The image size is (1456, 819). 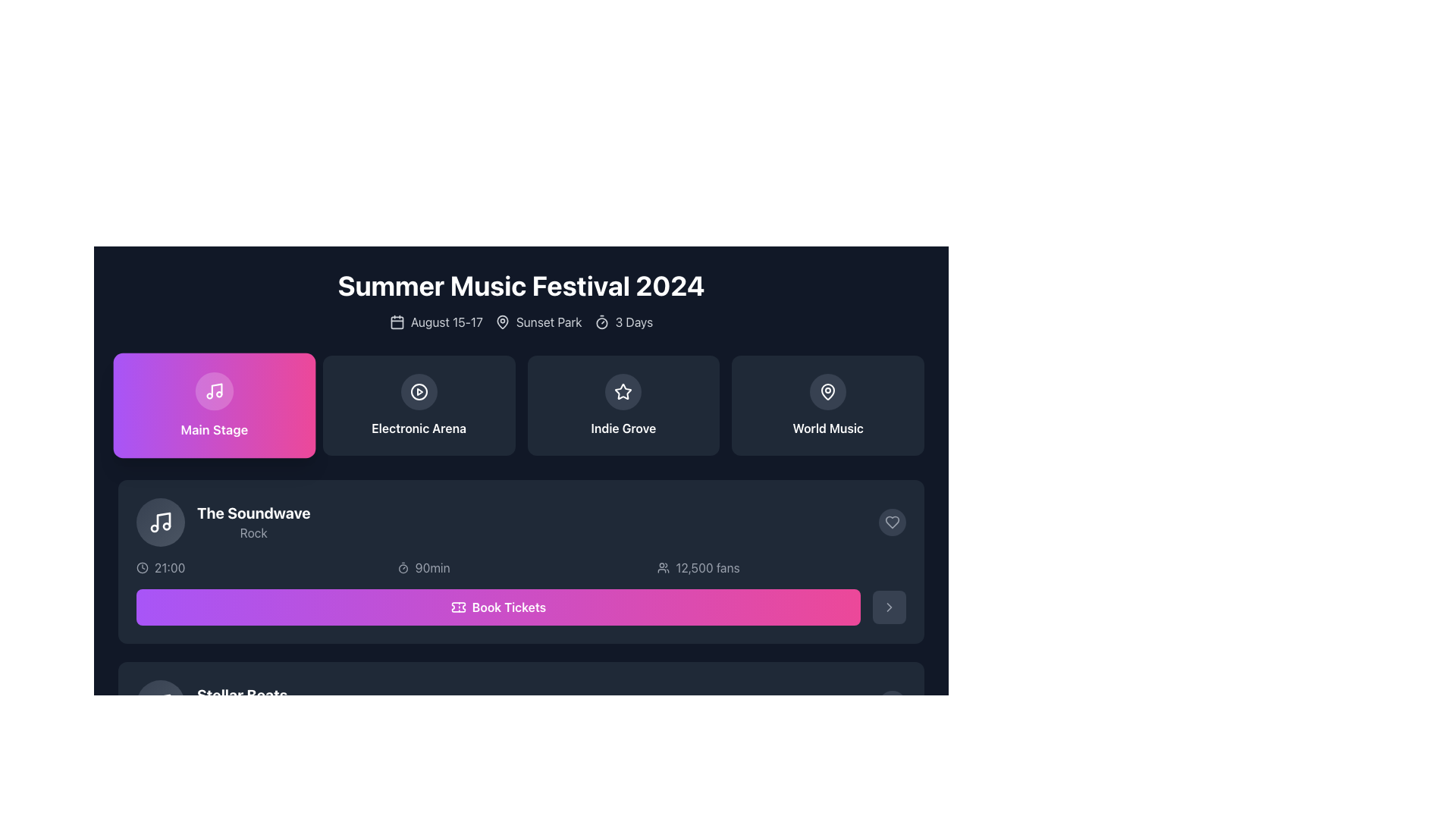 I want to click on the central star icon with a hollow center and bold outline located, so click(x=623, y=391).